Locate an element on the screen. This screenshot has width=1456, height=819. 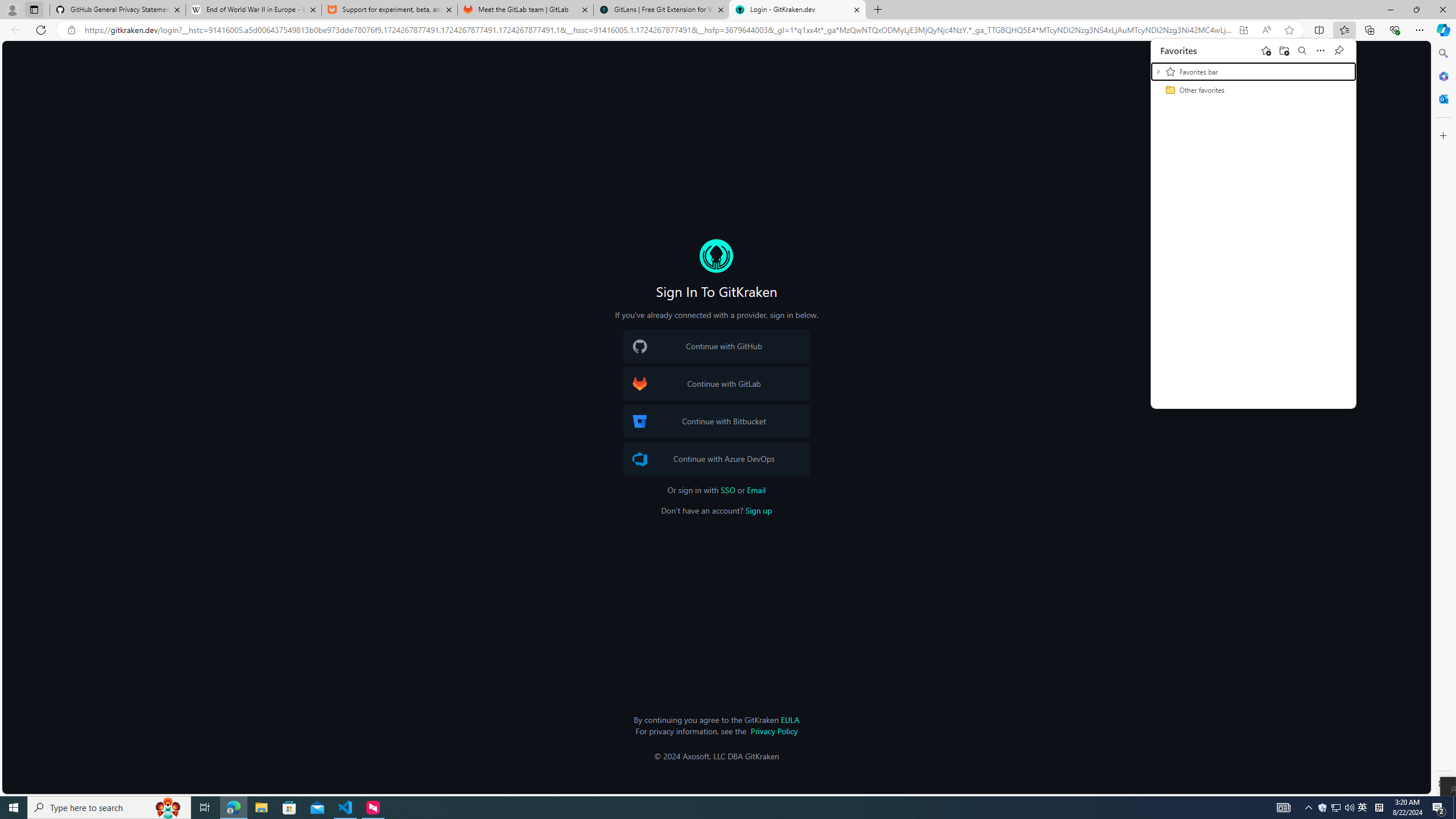
'User Promoted Notification Area' is located at coordinates (1322, 806).